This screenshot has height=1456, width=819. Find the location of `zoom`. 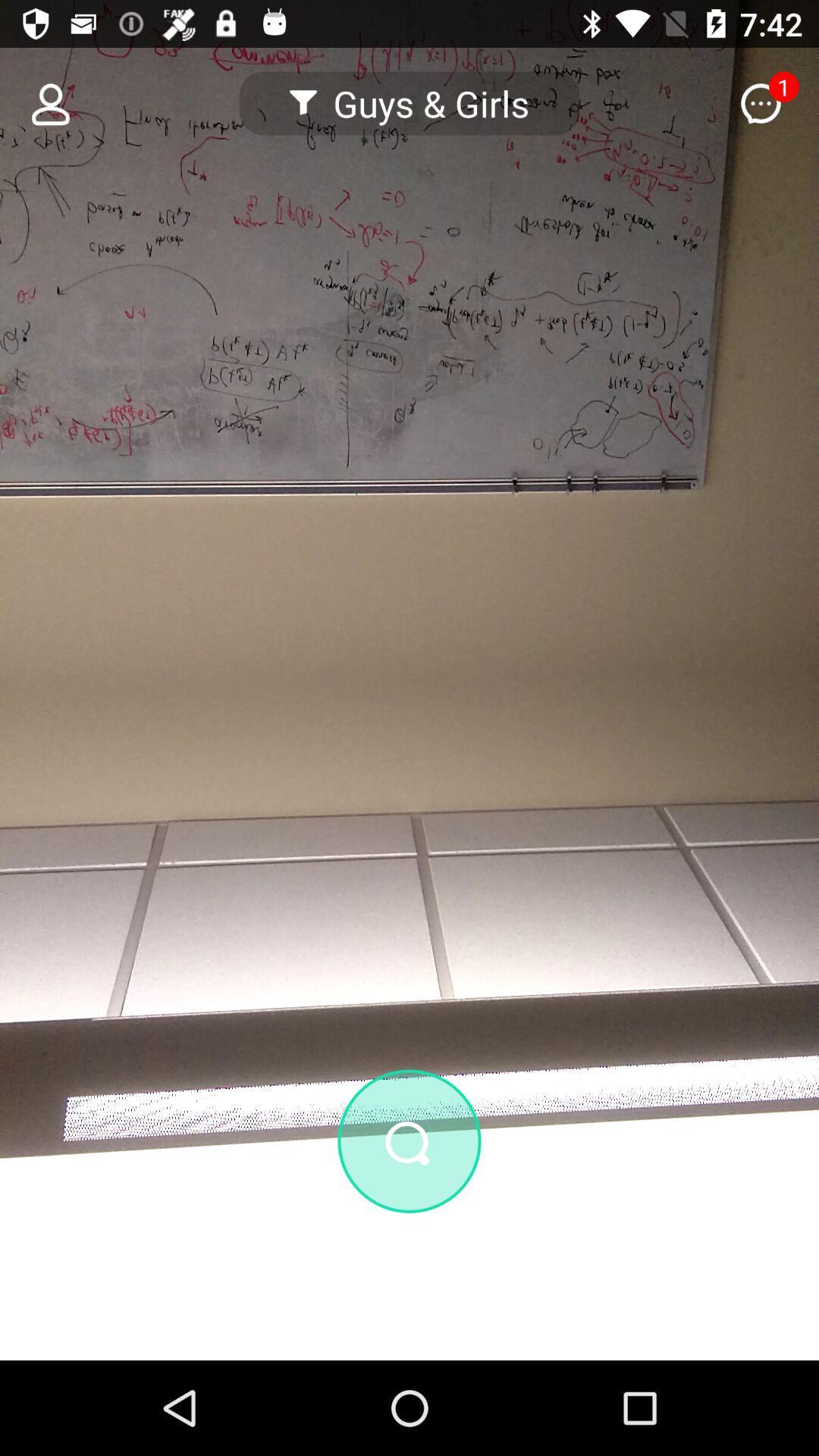

zoom is located at coordinates (409, 1222).